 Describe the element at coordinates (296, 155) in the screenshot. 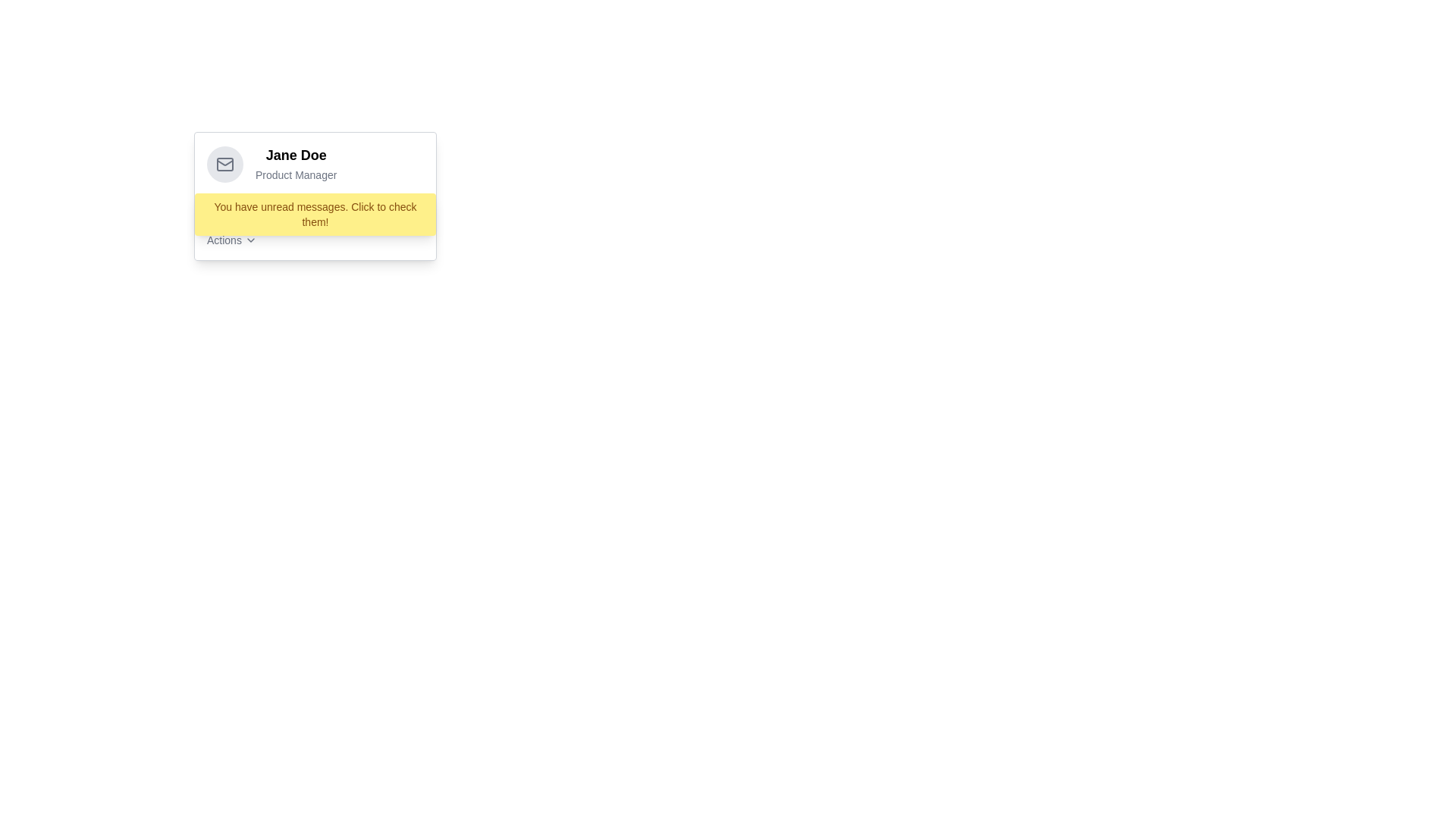

I see `the static text displaying the user's name, which is located in the left section of the card, above the 'Product Manager' label and to the right of the user profile icon` at that location.